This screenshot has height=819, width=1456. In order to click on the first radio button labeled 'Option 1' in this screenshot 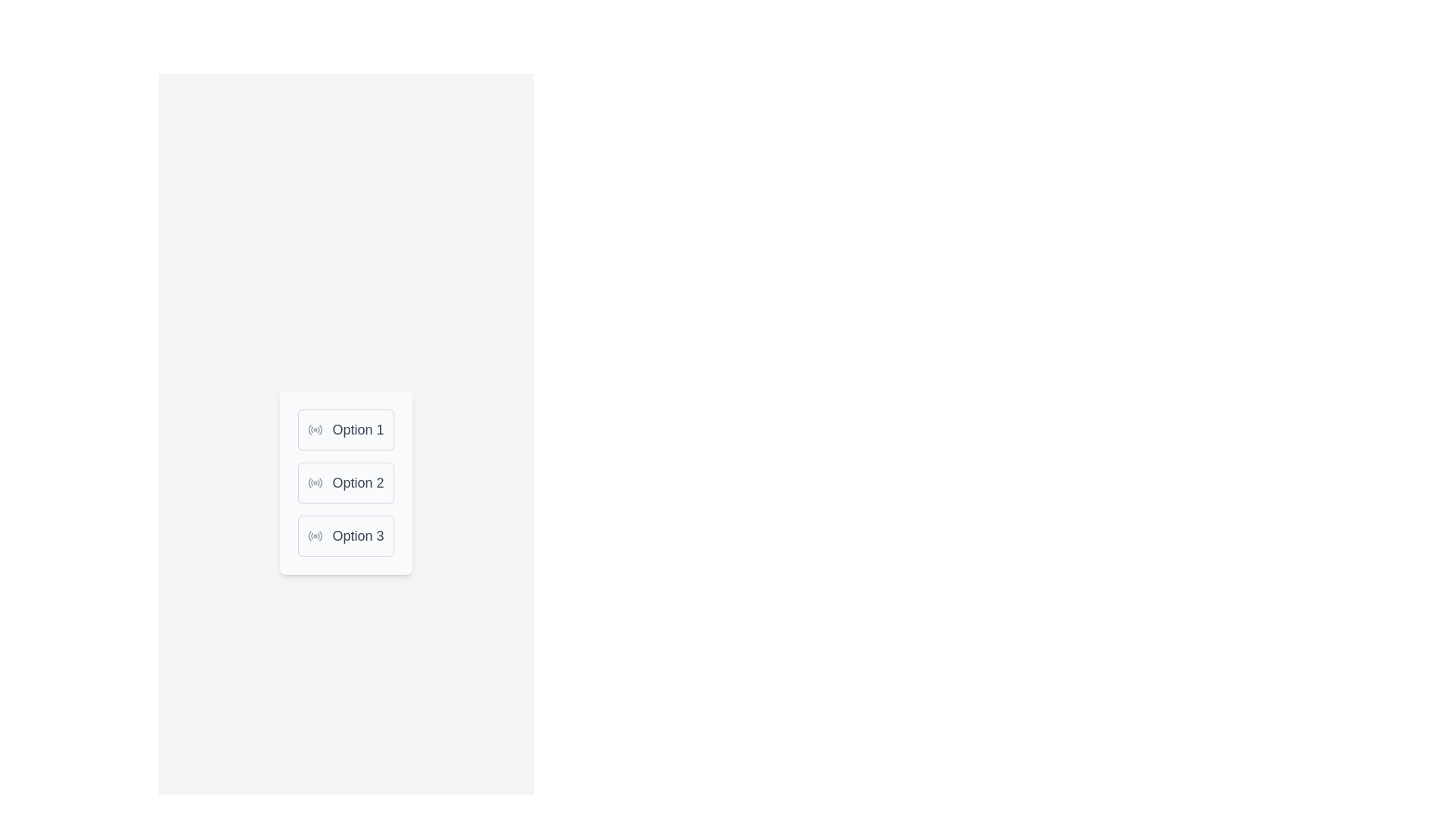, I will do `click(345, 430)`.